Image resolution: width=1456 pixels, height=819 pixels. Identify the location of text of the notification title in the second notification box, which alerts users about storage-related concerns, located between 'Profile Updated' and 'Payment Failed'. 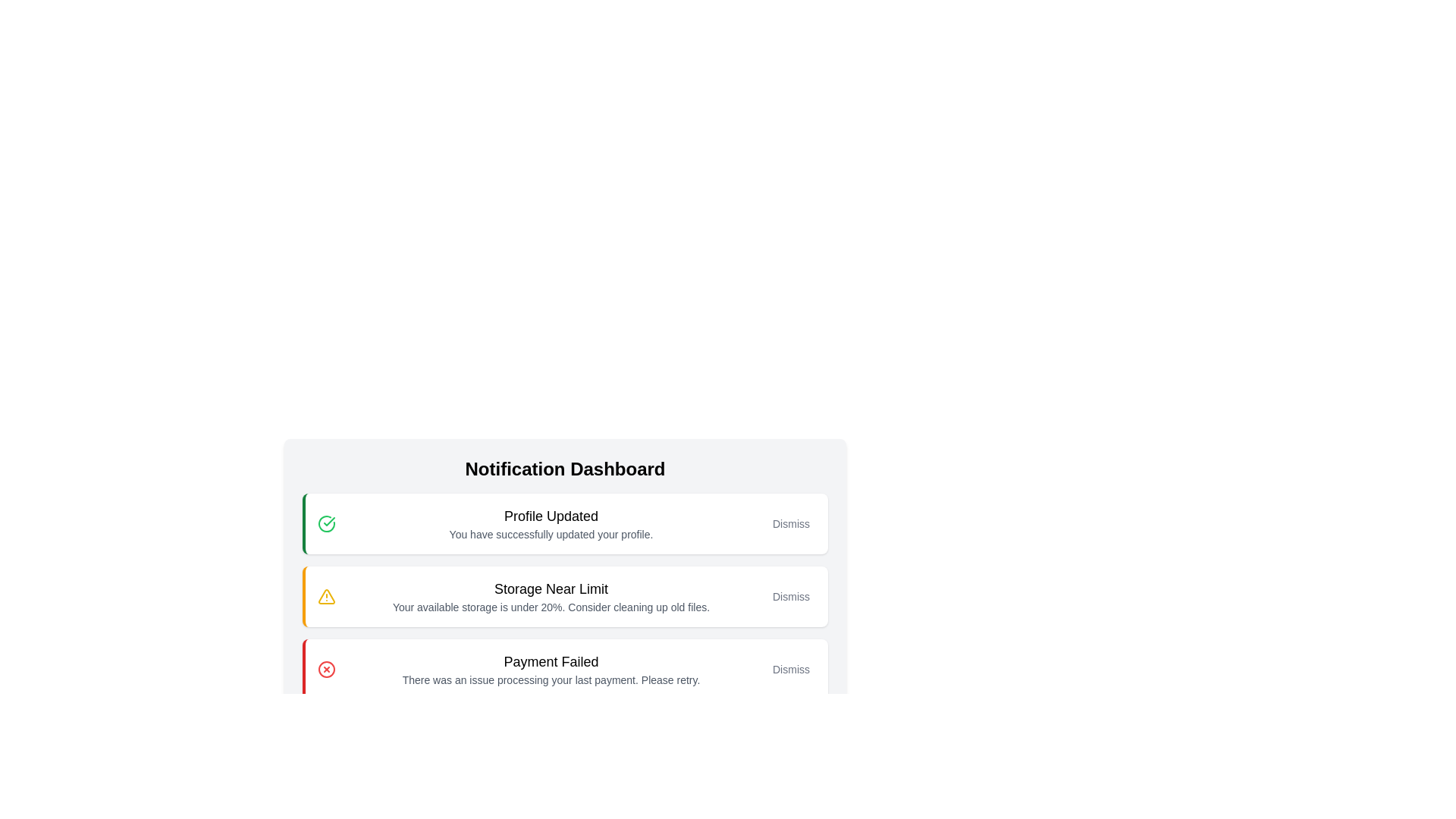
(550, 588).